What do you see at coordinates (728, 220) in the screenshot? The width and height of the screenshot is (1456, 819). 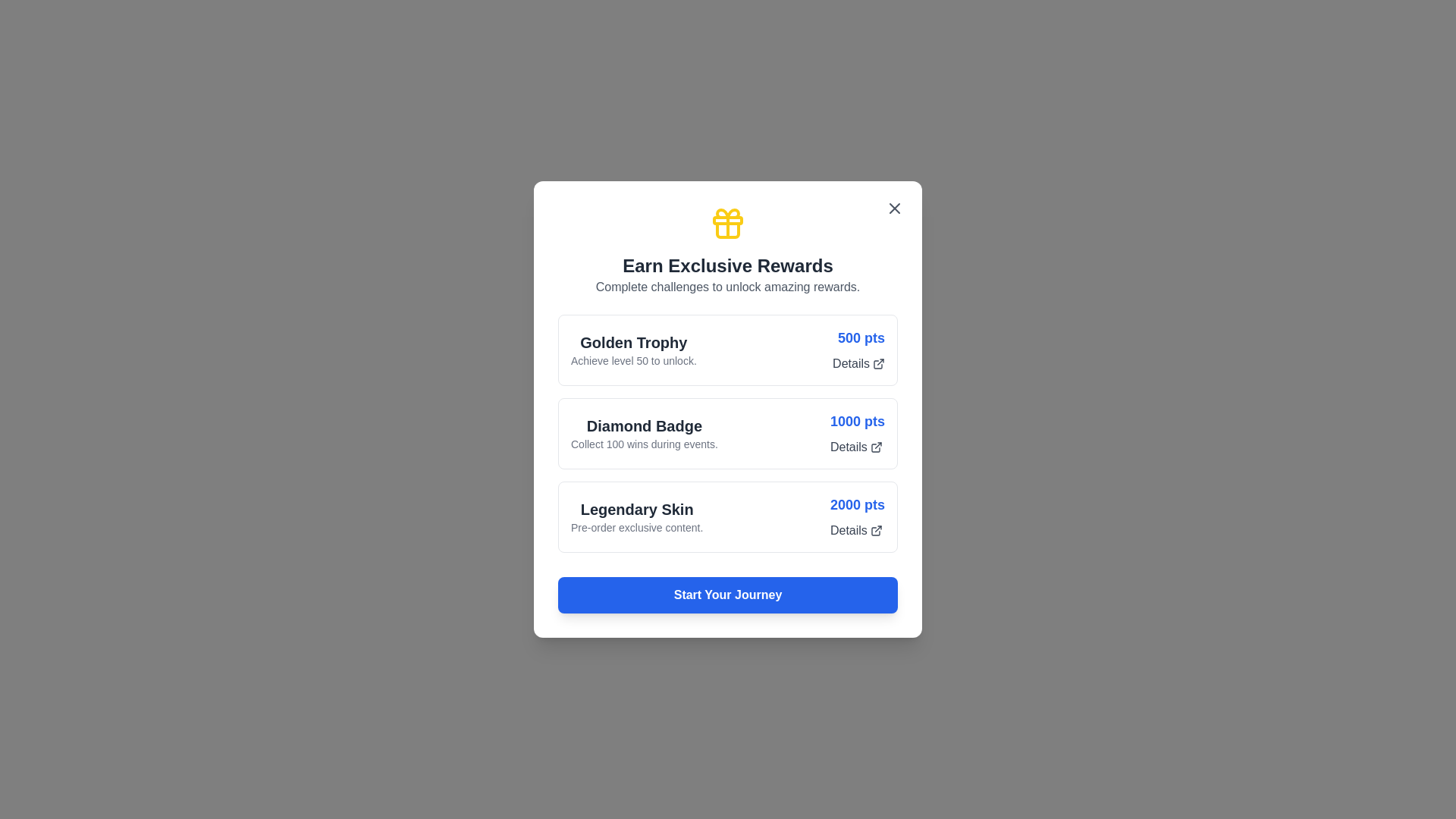 I see `the central horizontal decorative bar of the yellow gift box icon located at the top center of the content card` at bounding box center [728, 220].